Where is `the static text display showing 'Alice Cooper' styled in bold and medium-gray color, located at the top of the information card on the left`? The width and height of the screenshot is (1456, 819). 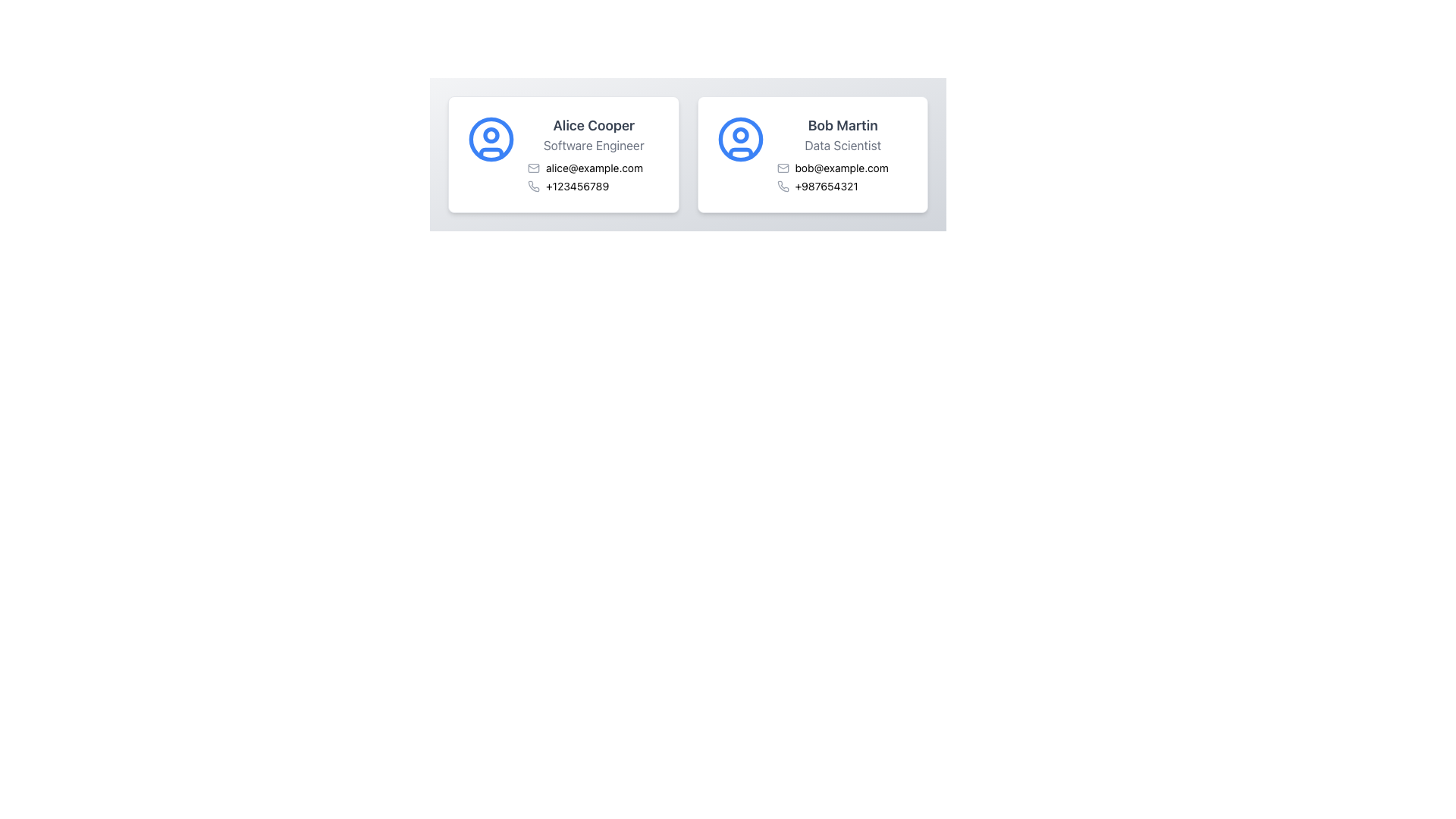
the static text display showing 'Alice Cooper' styled in bold and medium-gray color, located at the top of the information card on the left is located at coordinates (593, 124).